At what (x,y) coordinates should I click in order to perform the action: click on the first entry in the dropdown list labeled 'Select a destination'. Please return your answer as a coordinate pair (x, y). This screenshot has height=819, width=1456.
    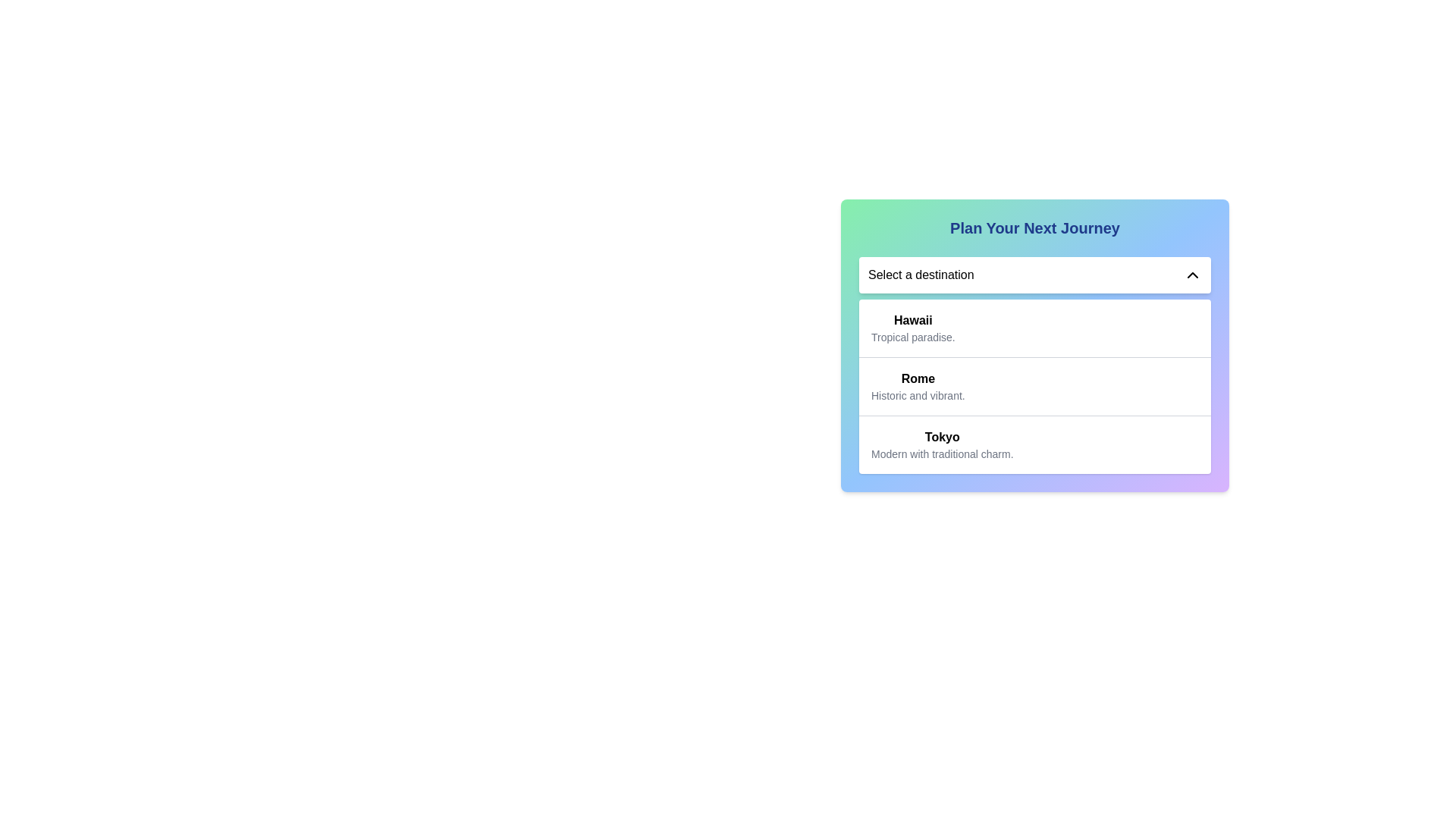
    Looking at the image, I should click on (1034, 327).